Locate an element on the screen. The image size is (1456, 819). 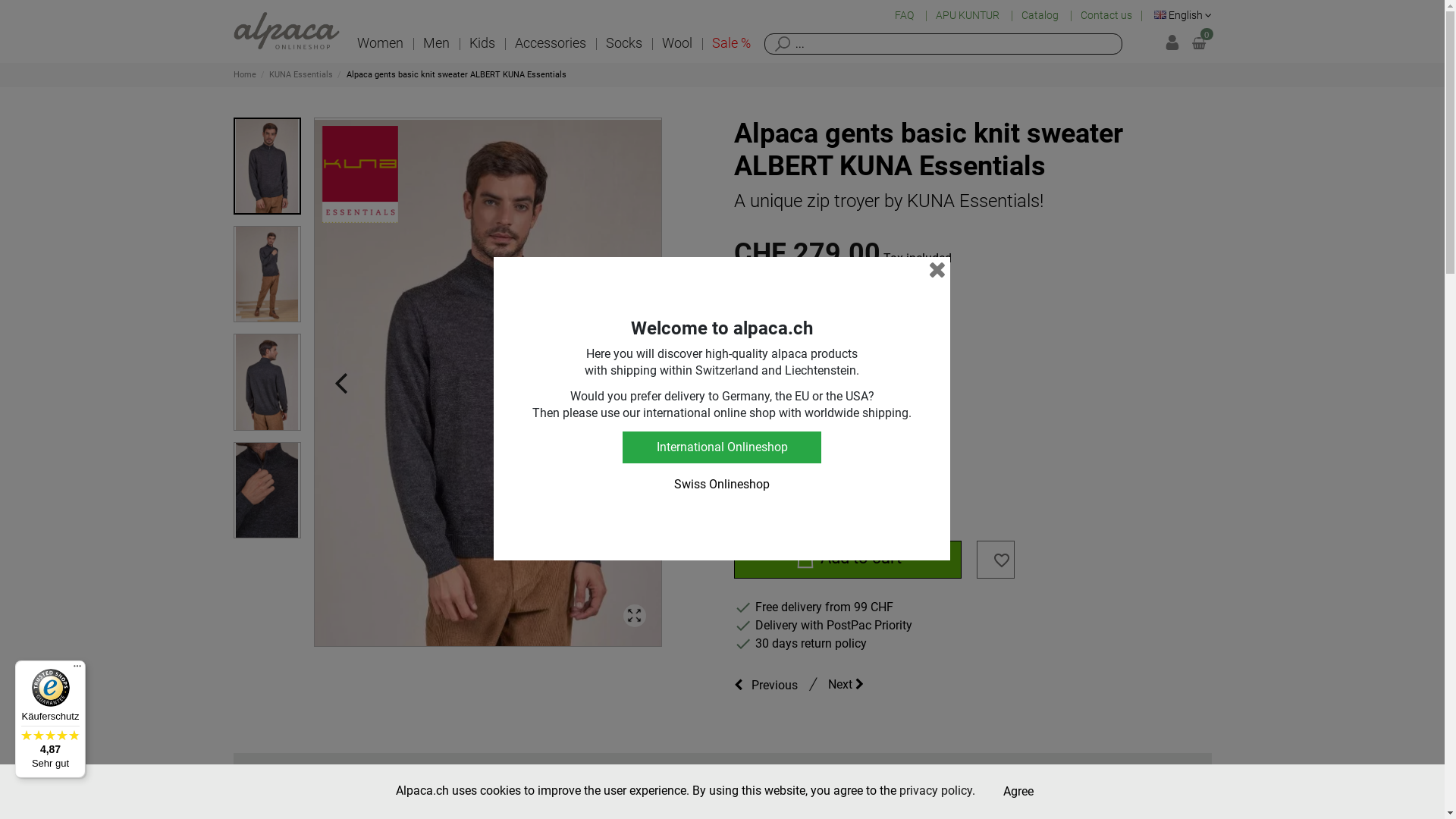
'Women' is located at coordinates (380, 42).